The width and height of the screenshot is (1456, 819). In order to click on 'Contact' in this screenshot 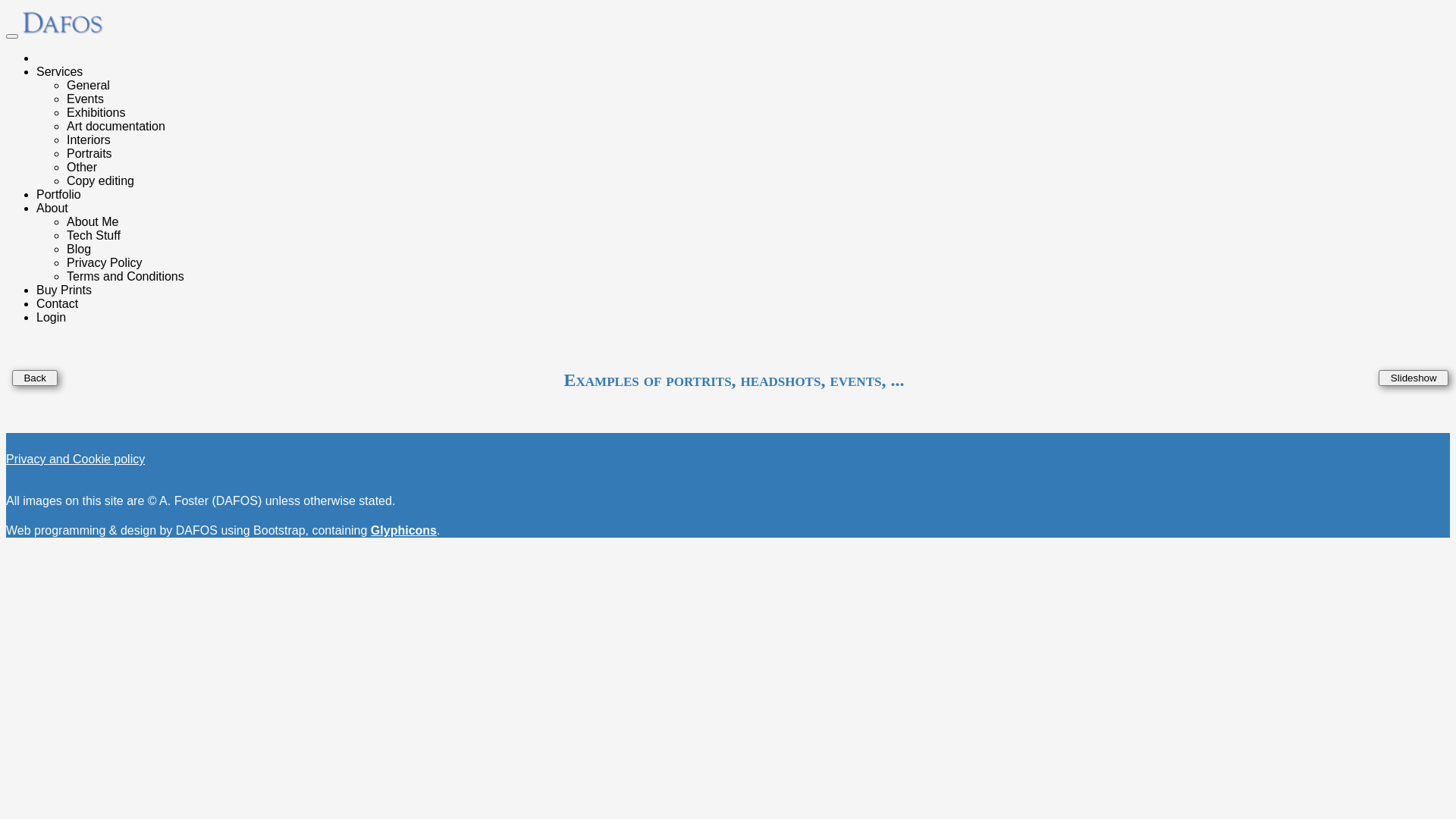, I will do `click(57, 303)`.